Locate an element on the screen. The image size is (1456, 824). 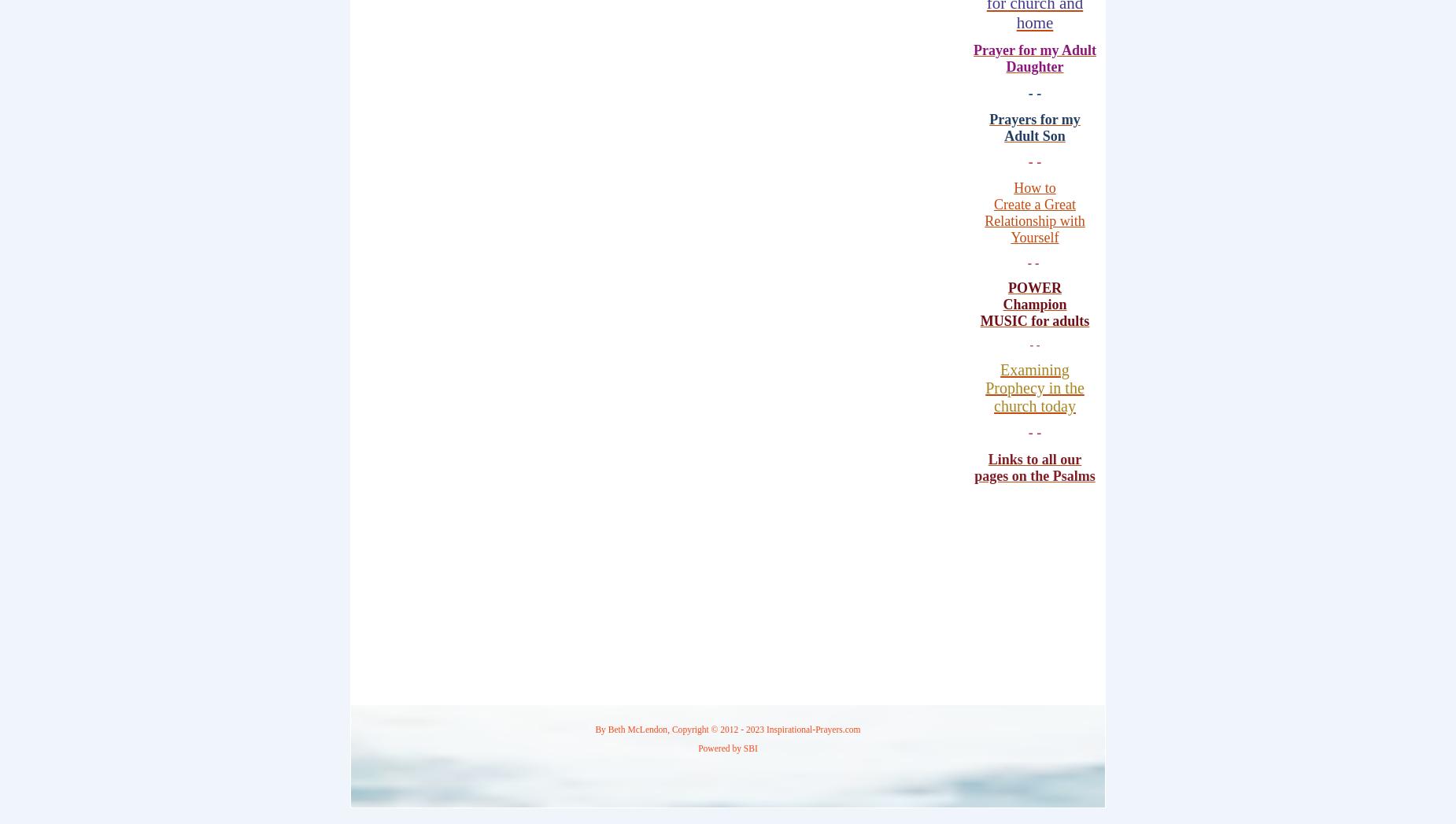
'MUSIC for adults' is located at coordinates (1033, 319).